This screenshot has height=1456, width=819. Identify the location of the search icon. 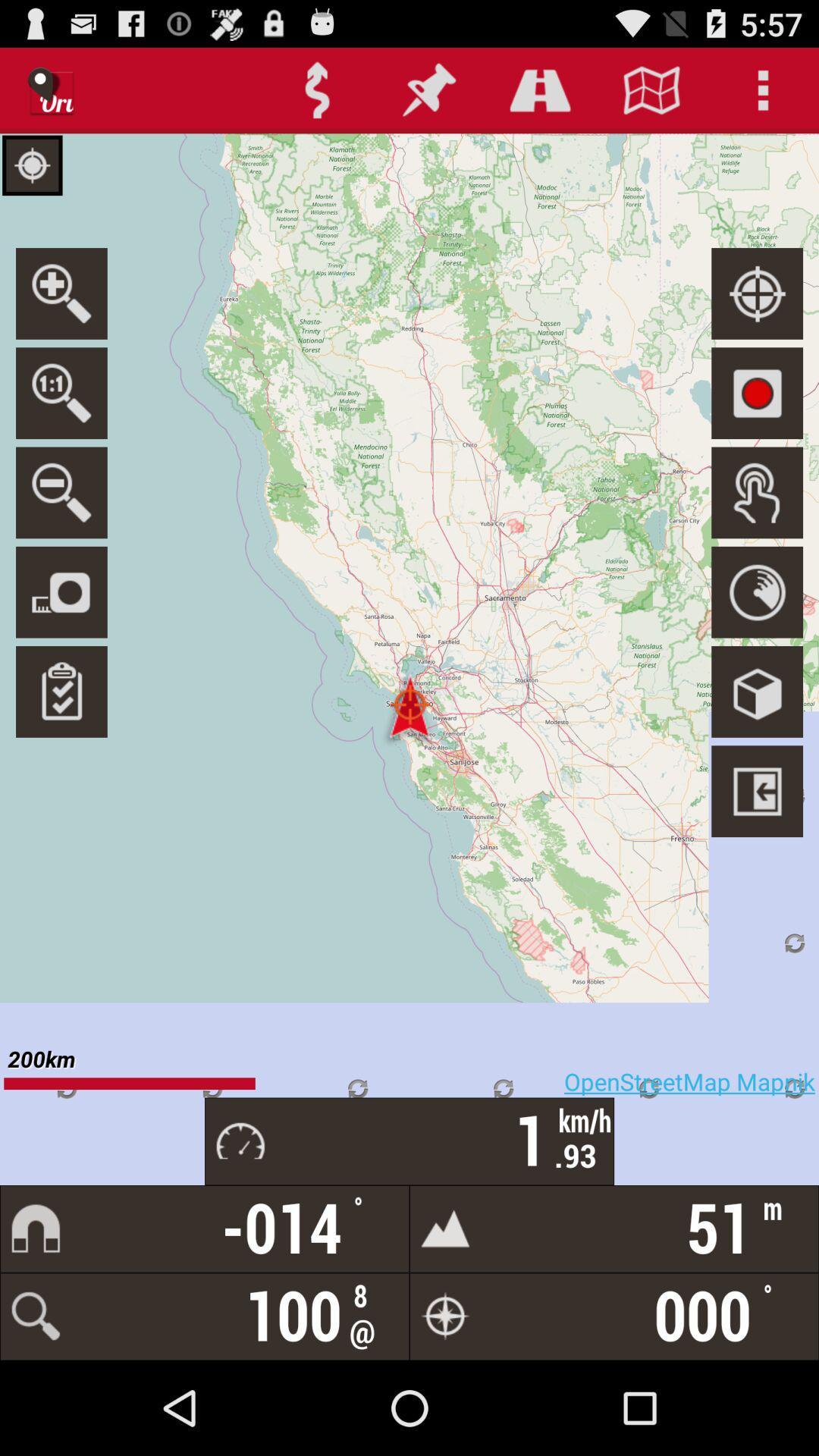
(61, 313).